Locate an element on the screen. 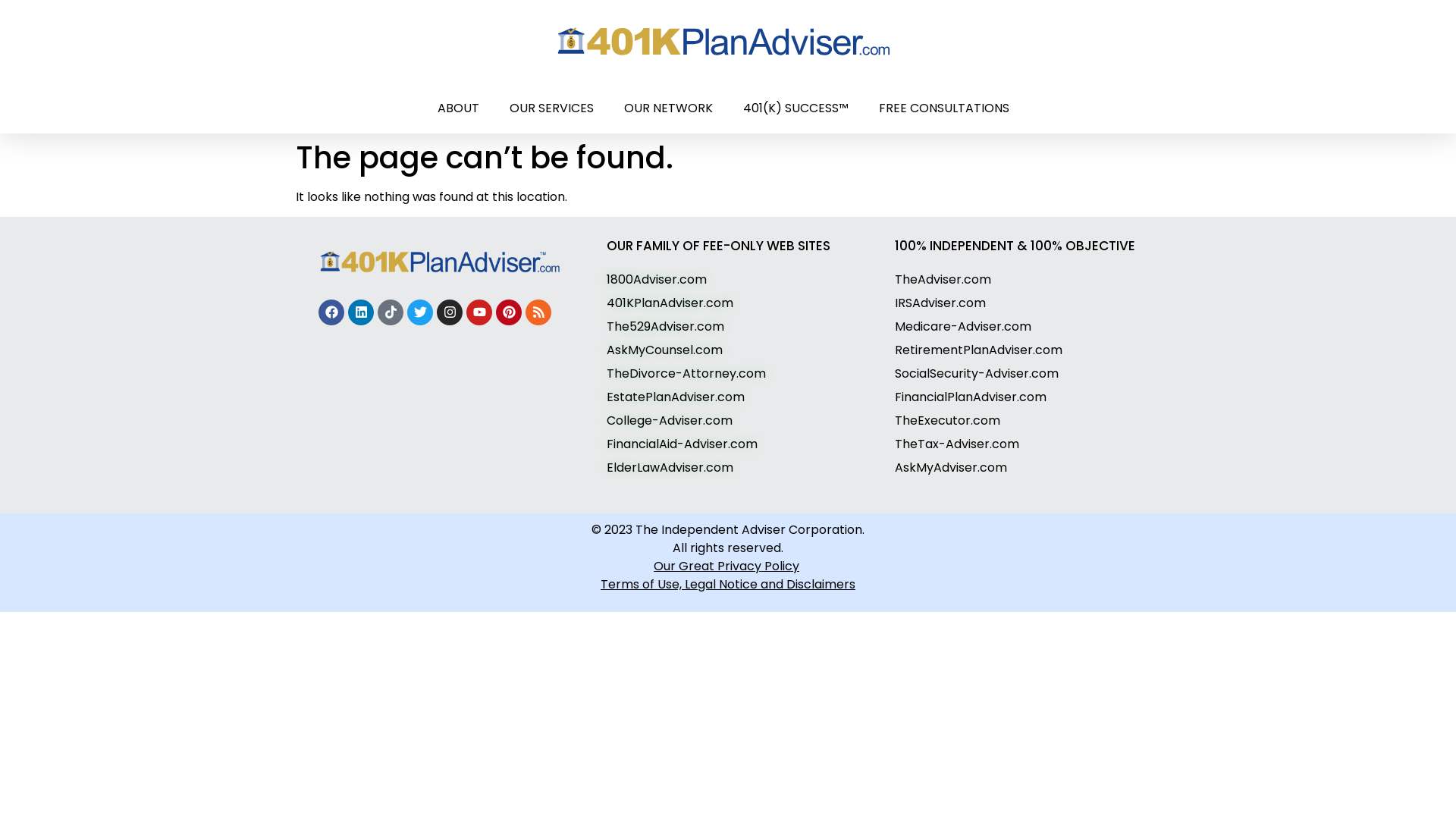 This screenshot has height=819, width=1456. 'OUR SERVICES' is located at coordinates (551, 107).